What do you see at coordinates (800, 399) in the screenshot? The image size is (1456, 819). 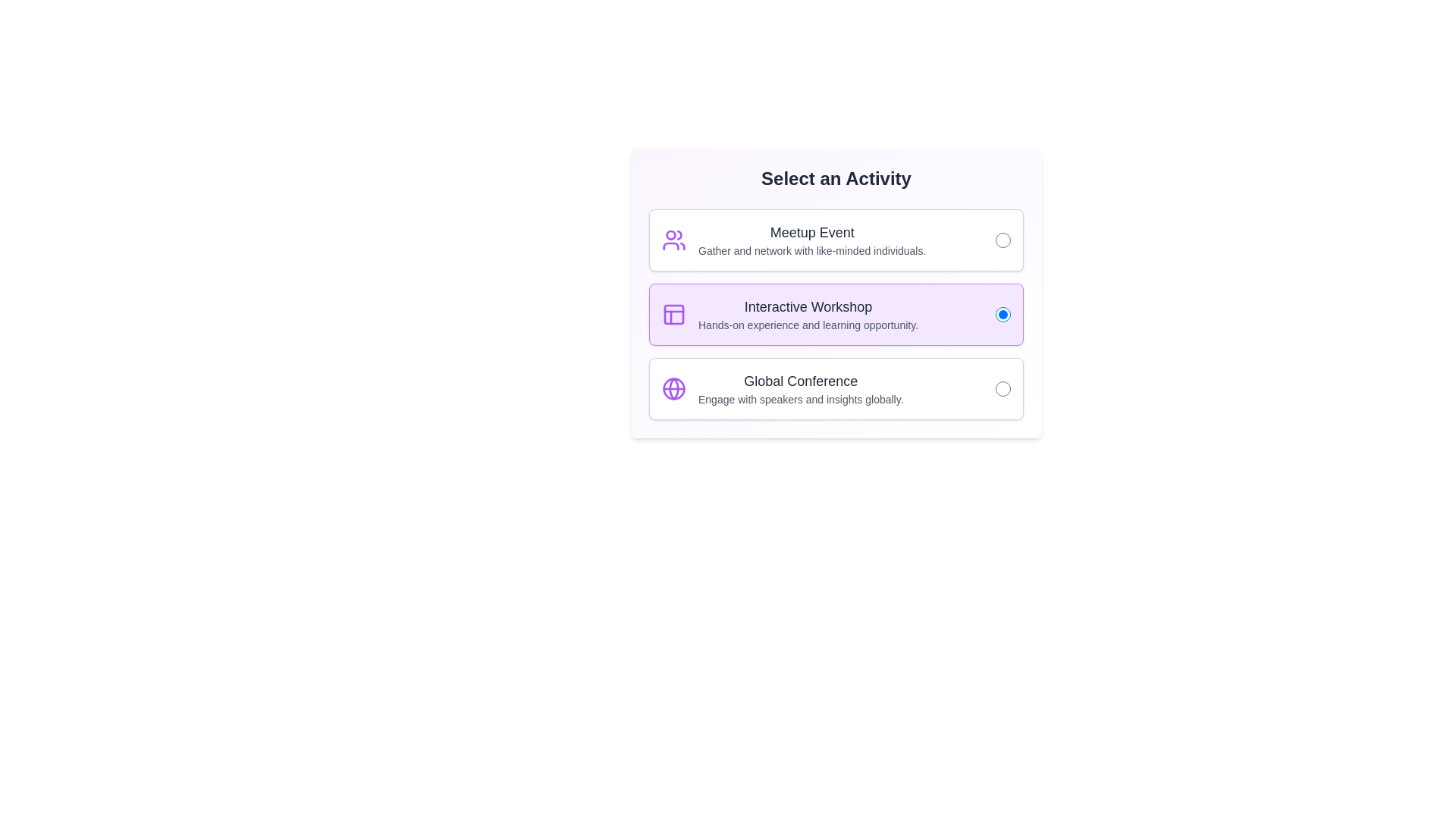 I see `the text element that displays 'Engage with speakers and insights globally.', which is styled in gray and located beneath the 'Global Conference' title` at bounding box center [800, 399].